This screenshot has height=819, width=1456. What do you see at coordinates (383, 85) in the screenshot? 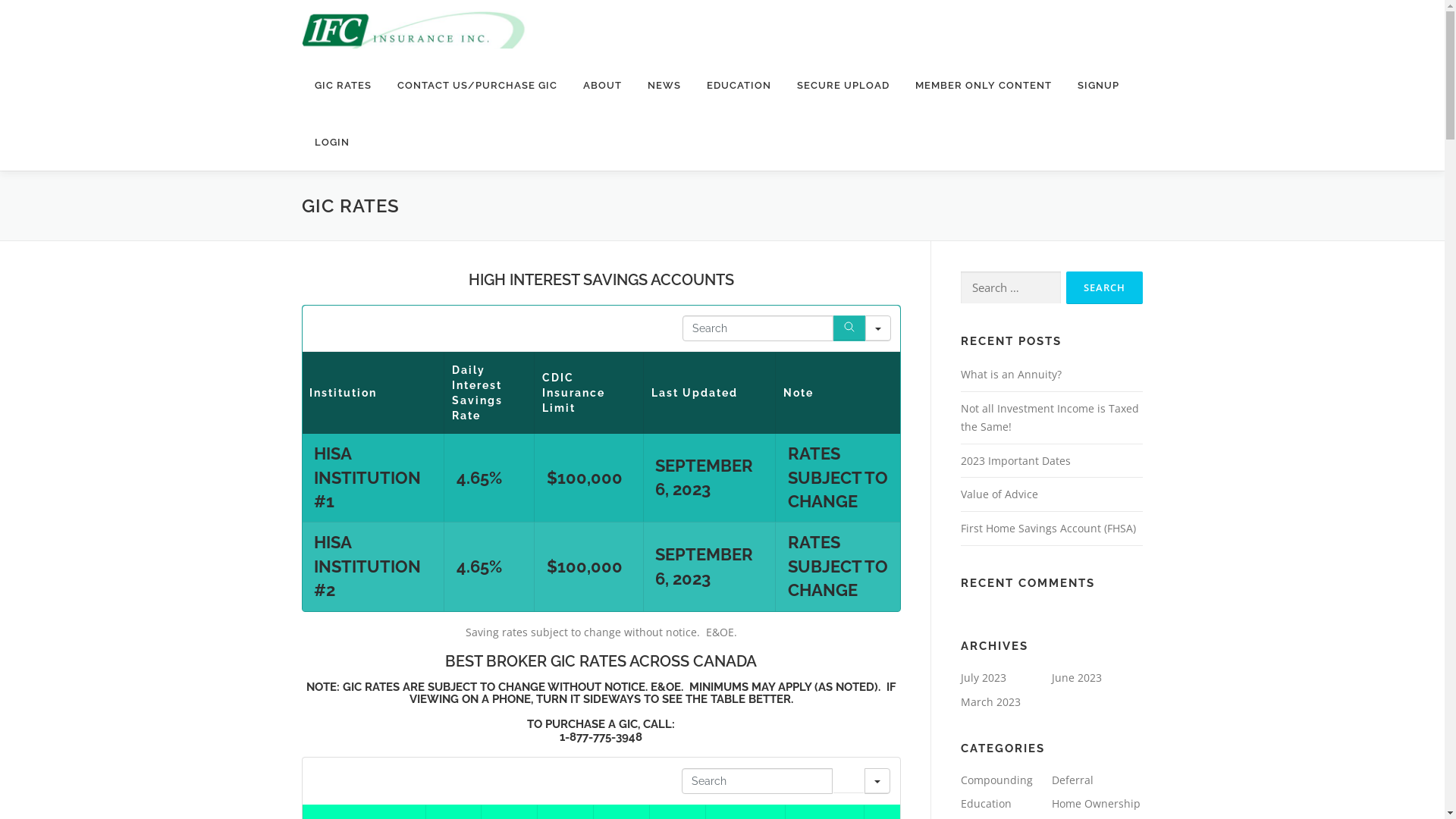
I see `'CONTACT US/PURCHASE GIC'` at bounding box center [383, 85].